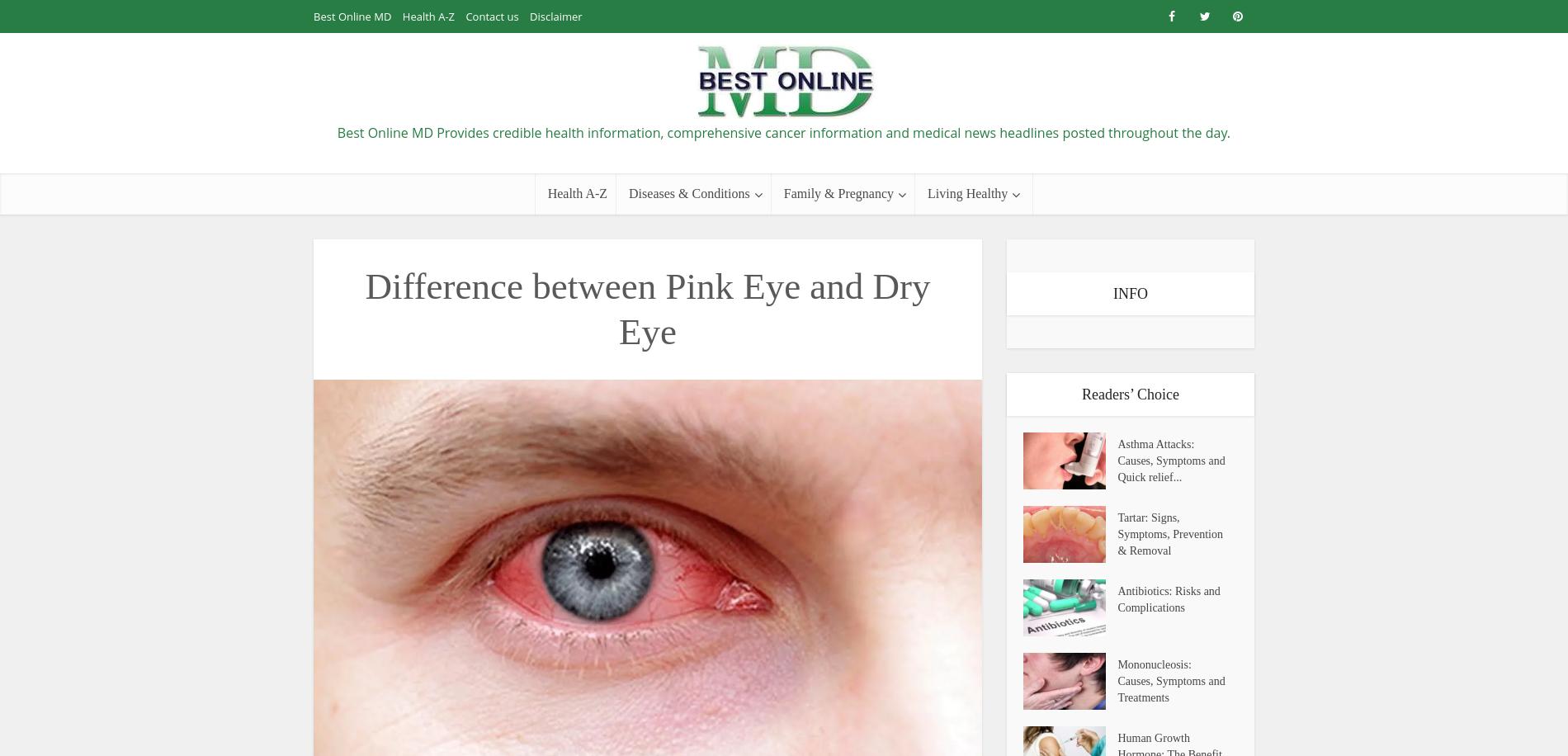 The height and width of the screenshot is (756, 1568). What do you see at coordinates (946, 234) in the screenshot?
I see `'First Aid'` at bounding box center [946, 234].